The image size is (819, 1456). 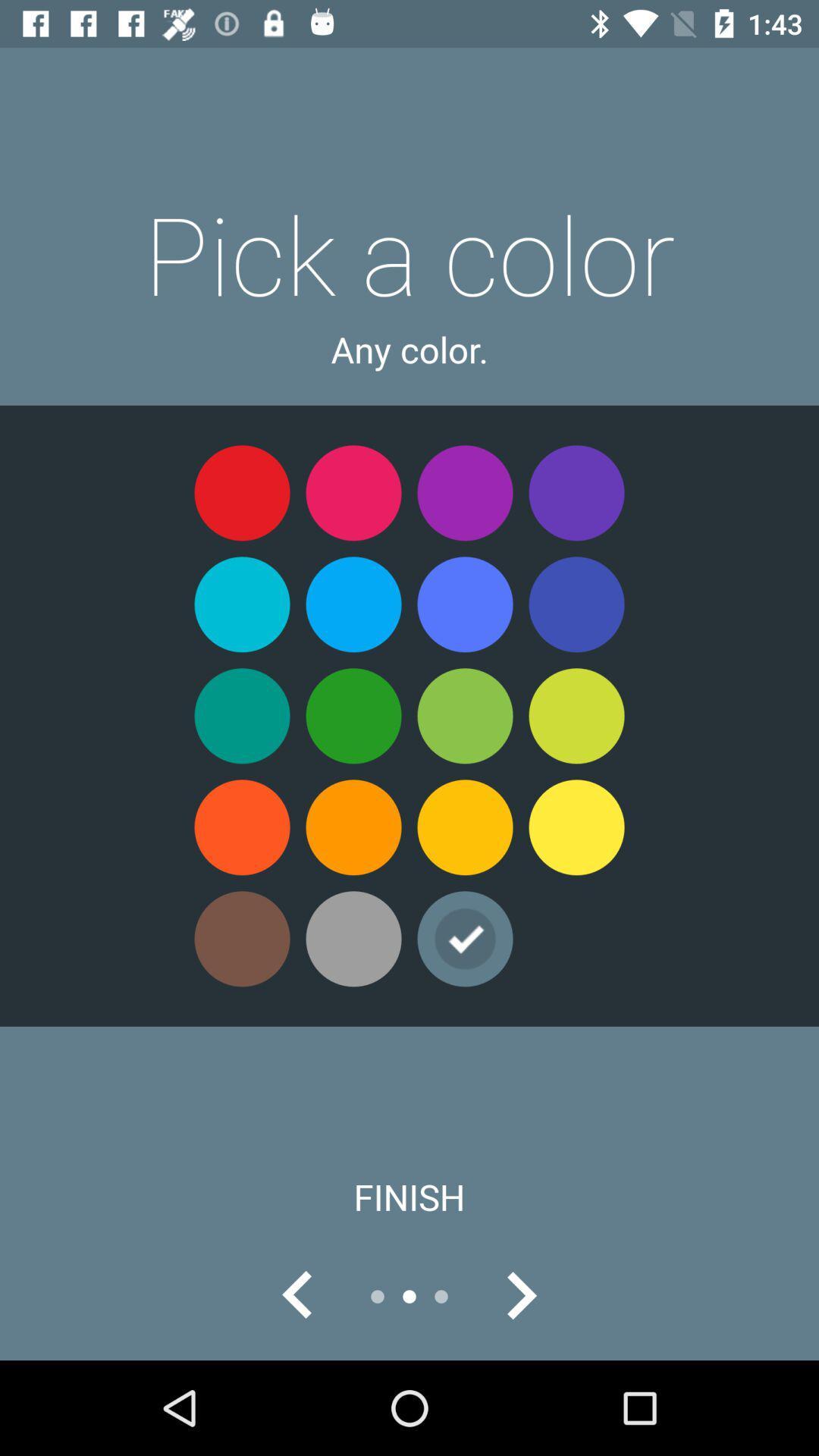 I want to click on go next, so click(x=519, y=1295).